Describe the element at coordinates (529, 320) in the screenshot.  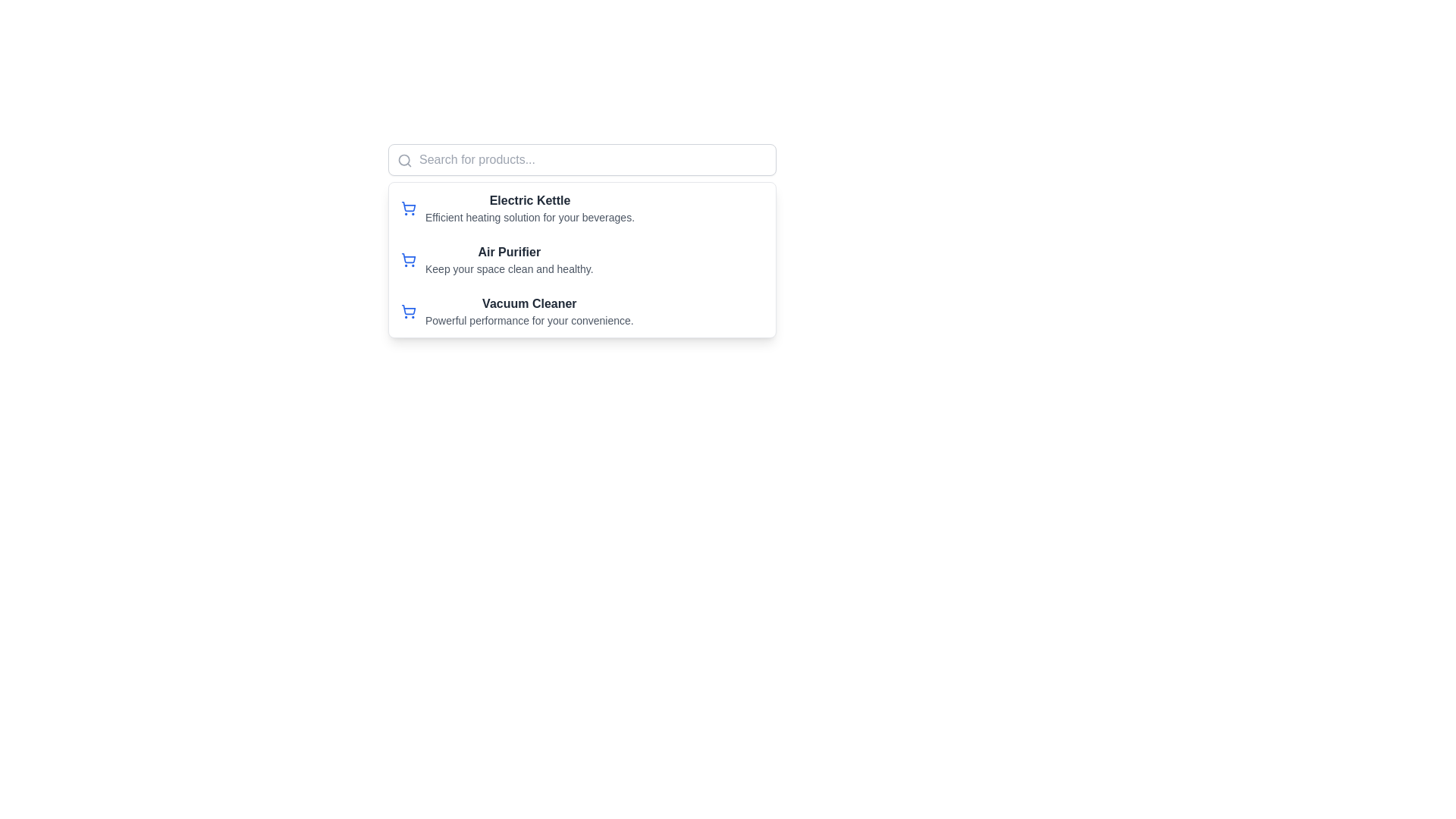
I see `the text label providing descriptive information about the product titled 'Vacuum Cleaner', located below its title in the product list` at that location.